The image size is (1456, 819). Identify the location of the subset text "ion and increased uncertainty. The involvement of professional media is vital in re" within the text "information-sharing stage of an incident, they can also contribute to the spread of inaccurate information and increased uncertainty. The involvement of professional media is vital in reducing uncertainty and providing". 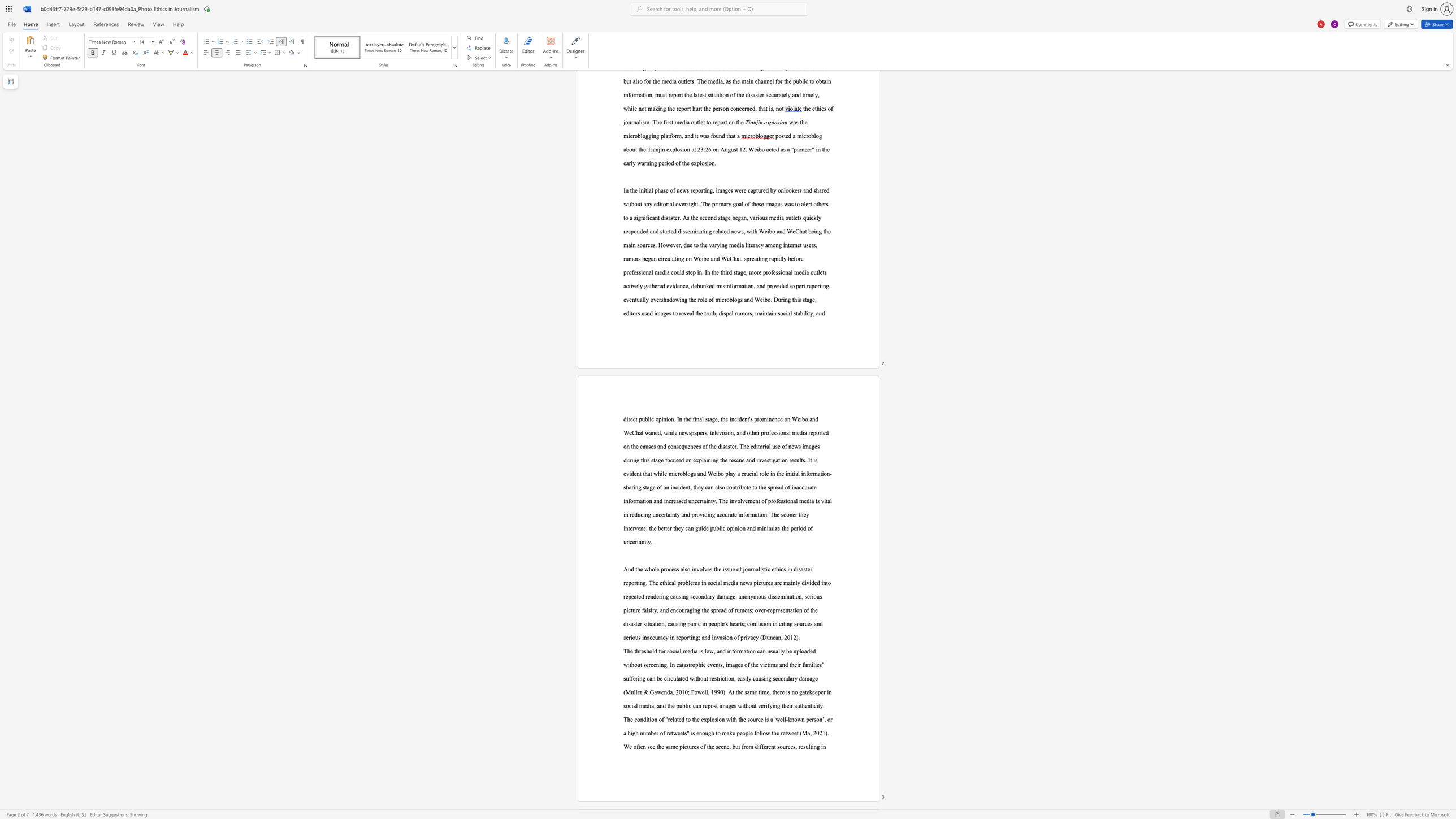
(643, 500).